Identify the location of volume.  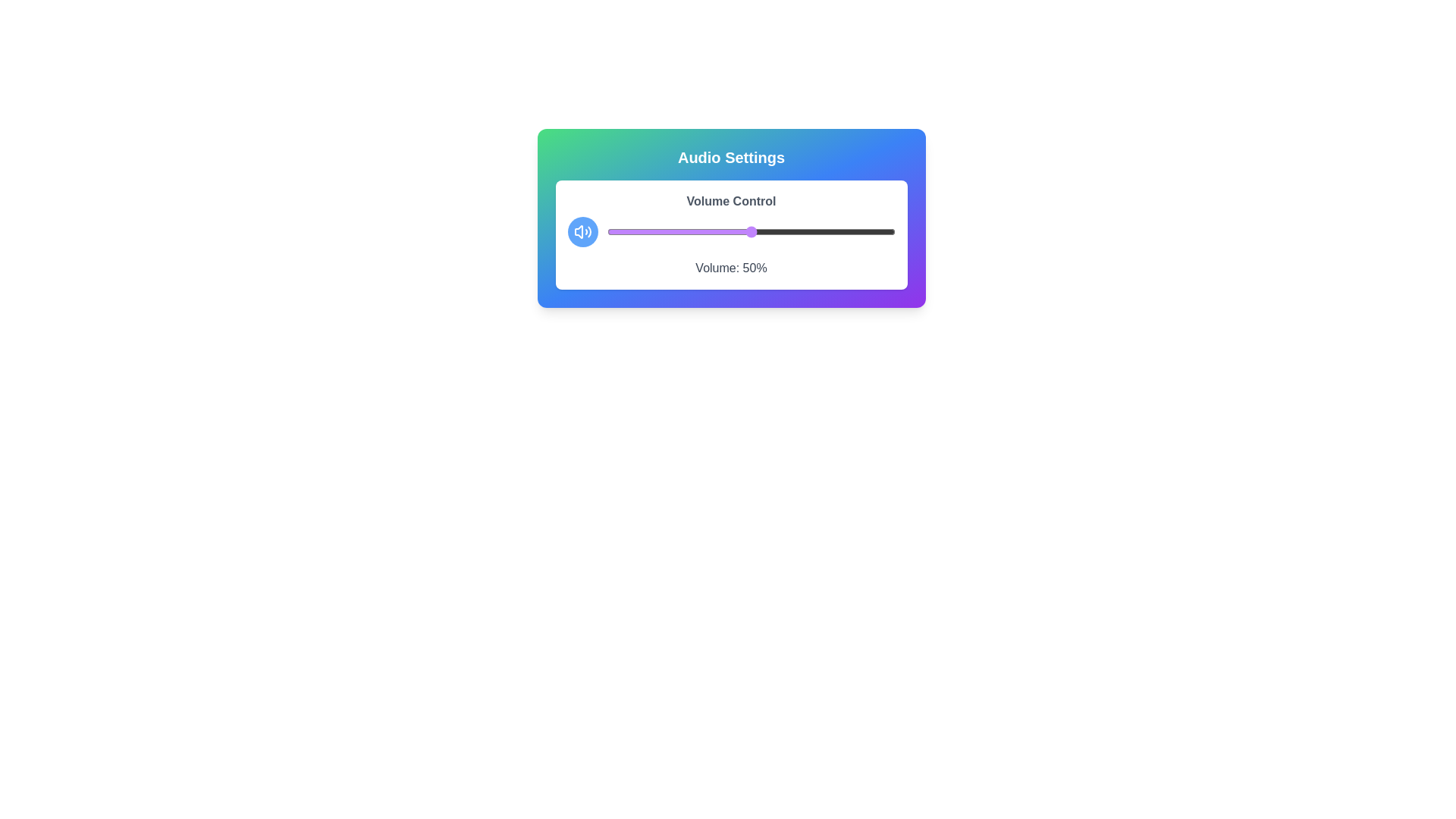
(745, 231).